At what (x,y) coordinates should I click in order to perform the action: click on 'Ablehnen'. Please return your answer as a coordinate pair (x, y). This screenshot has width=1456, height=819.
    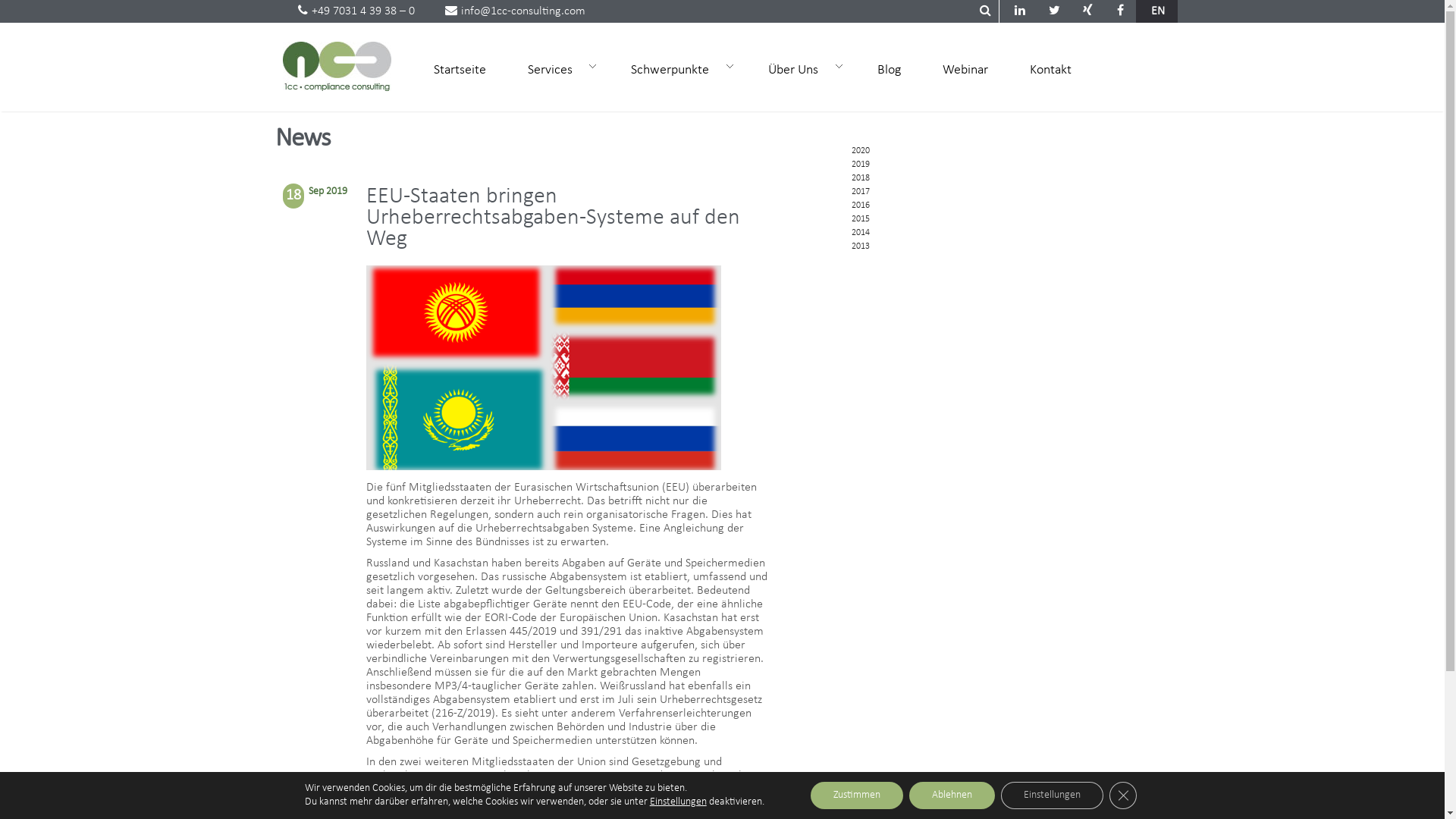
    Looking at the image, I should click on (951, 795).